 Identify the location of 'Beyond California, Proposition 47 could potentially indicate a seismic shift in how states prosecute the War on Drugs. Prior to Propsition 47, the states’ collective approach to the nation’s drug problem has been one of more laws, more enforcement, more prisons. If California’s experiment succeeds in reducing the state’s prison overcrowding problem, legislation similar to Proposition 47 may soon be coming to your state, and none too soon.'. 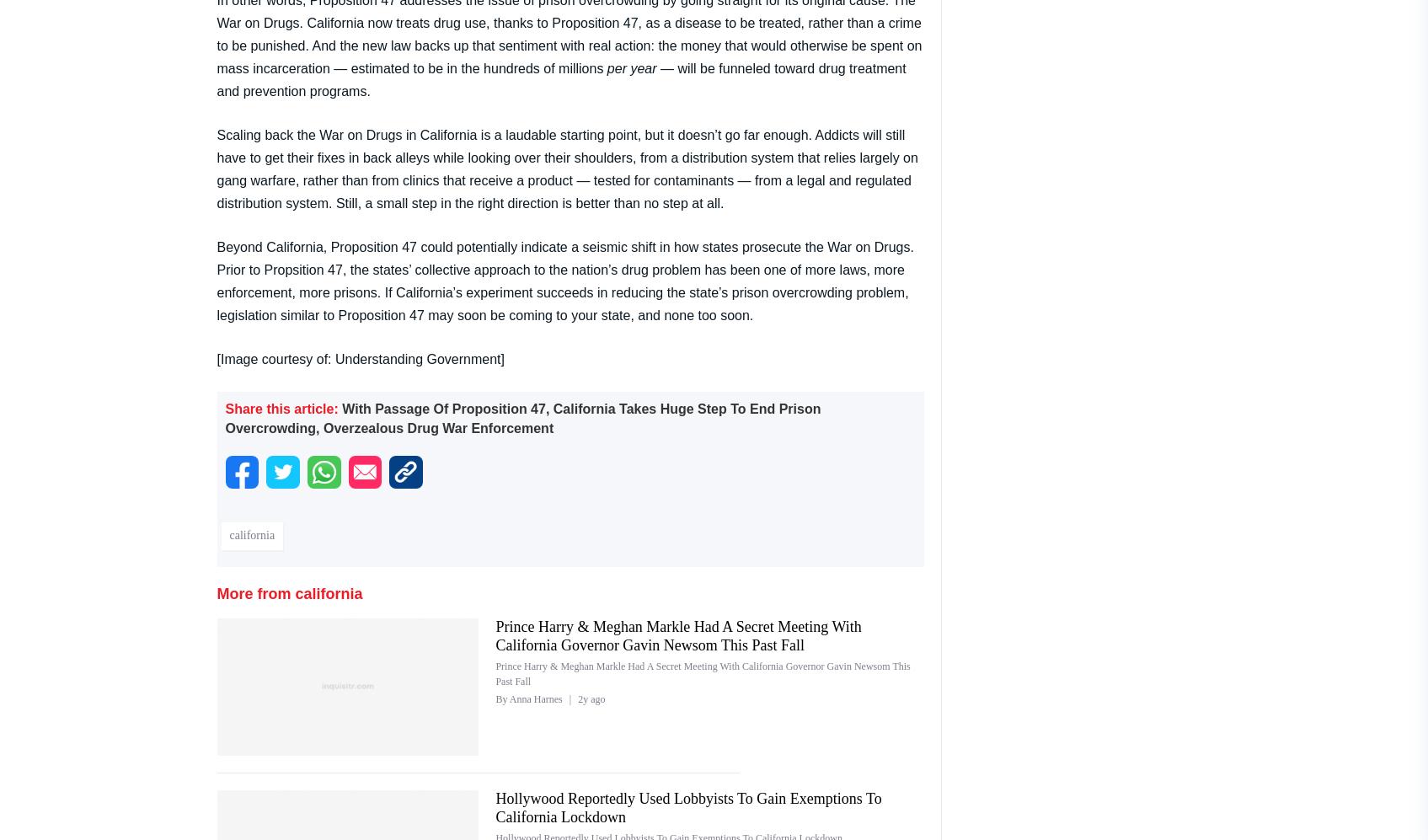
(564, 279).